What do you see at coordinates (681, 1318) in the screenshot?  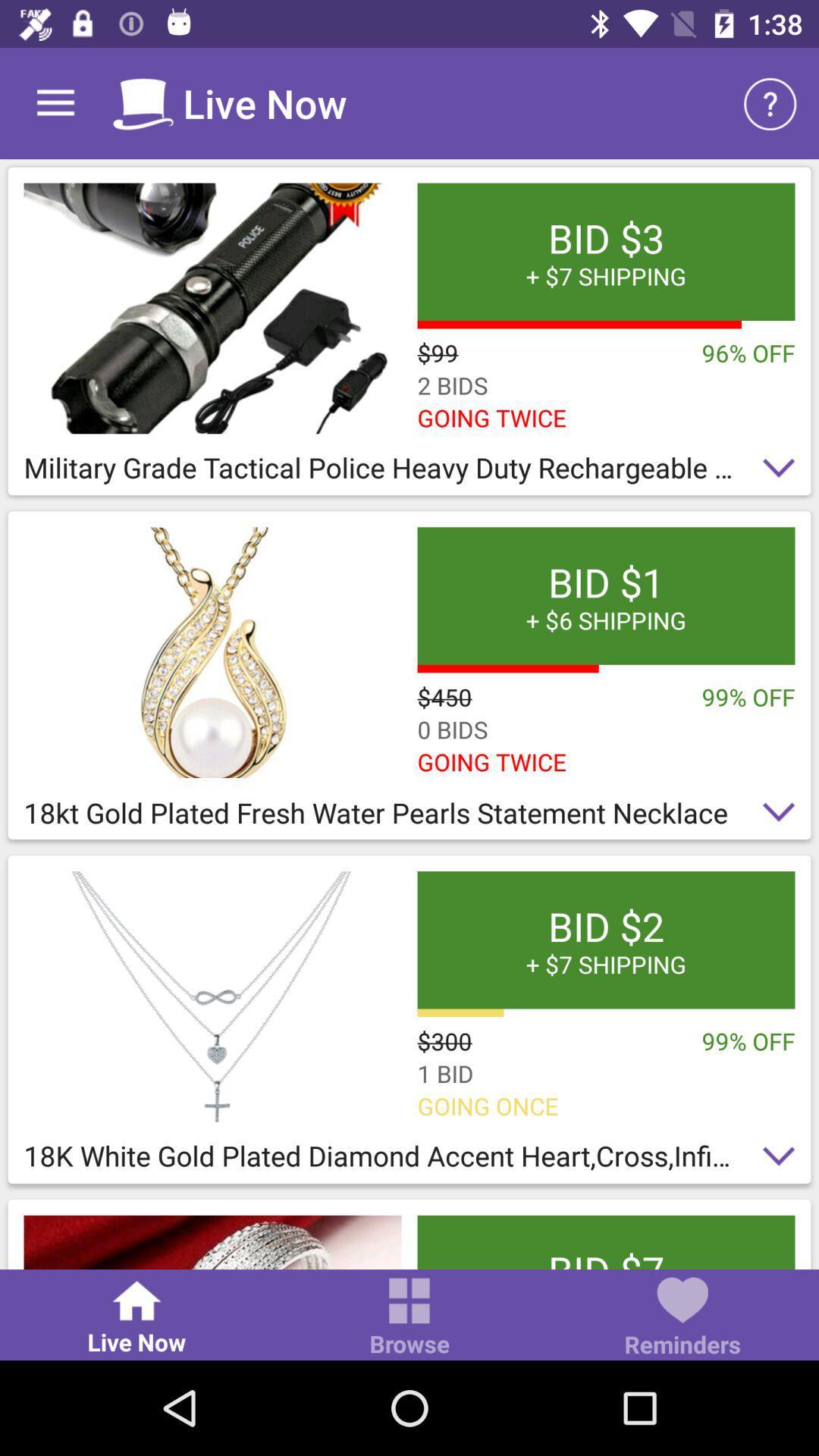 I see `item to the right of the browse item` at bounding box center [681, 1318].